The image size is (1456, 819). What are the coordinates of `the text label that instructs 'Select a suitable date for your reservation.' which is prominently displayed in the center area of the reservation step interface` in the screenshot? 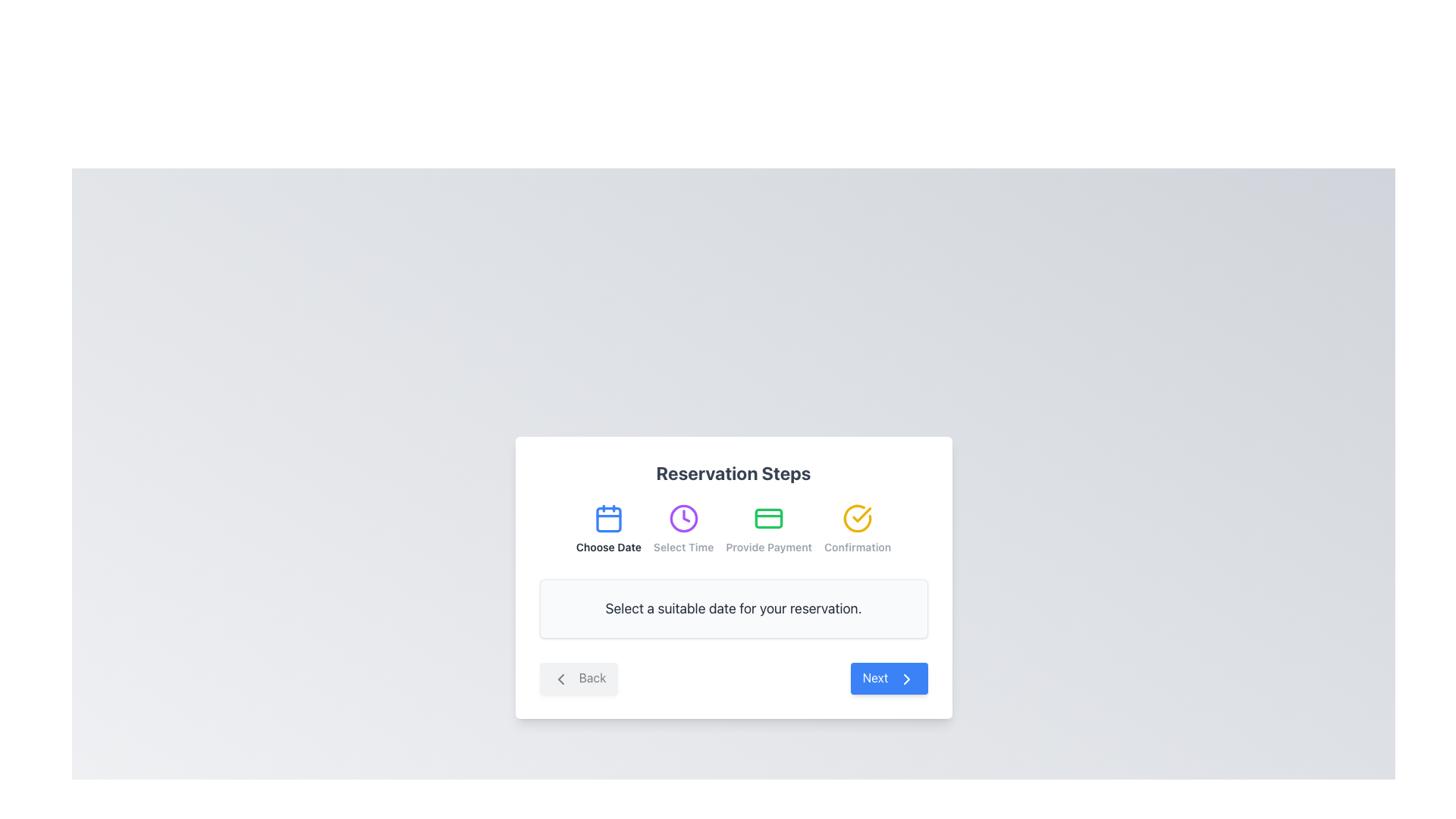 It's located at (733, 608).